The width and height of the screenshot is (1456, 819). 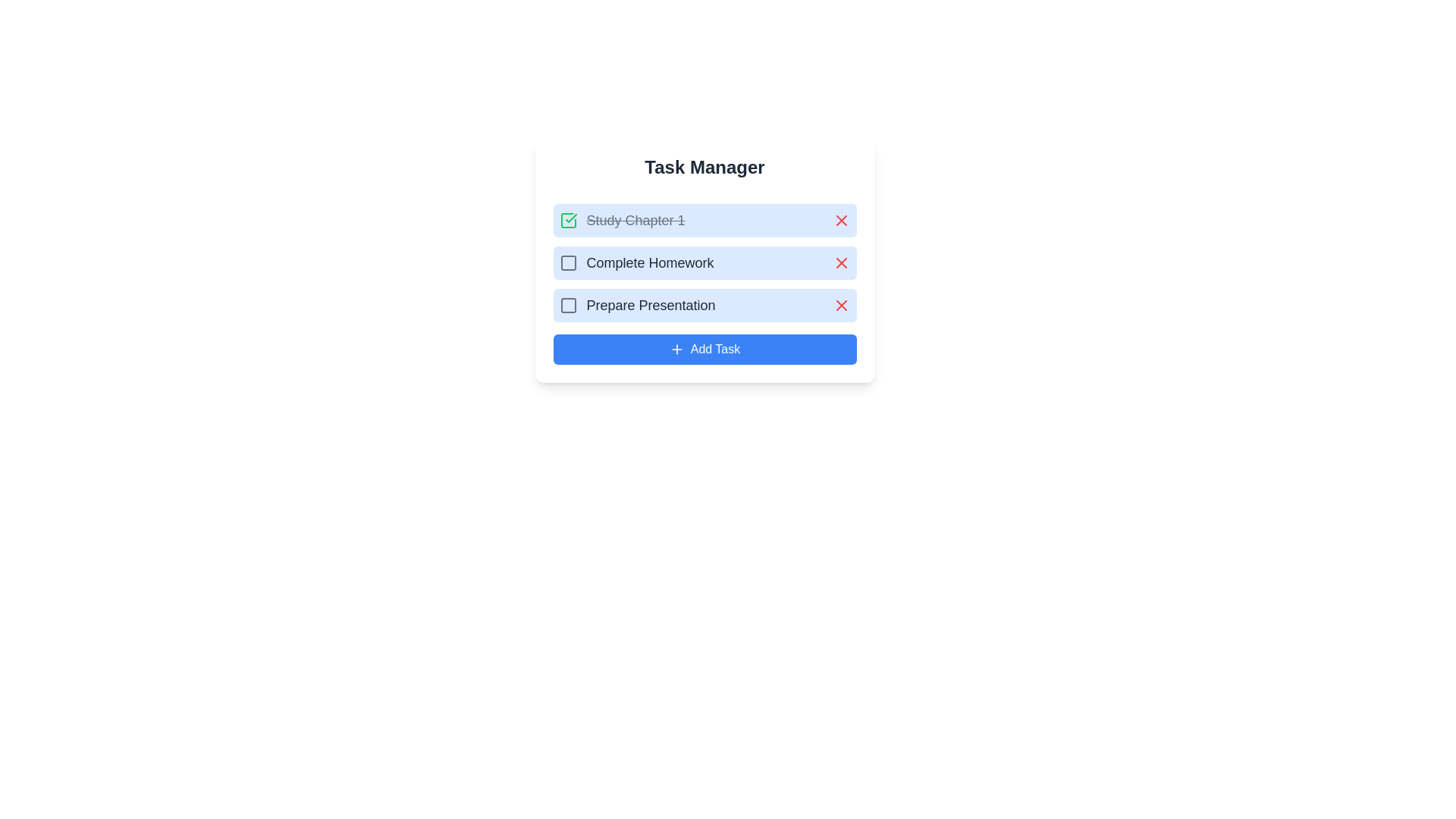 I want to click on the 'Complete Homework' checkbox label, so click(x=636, y=262).